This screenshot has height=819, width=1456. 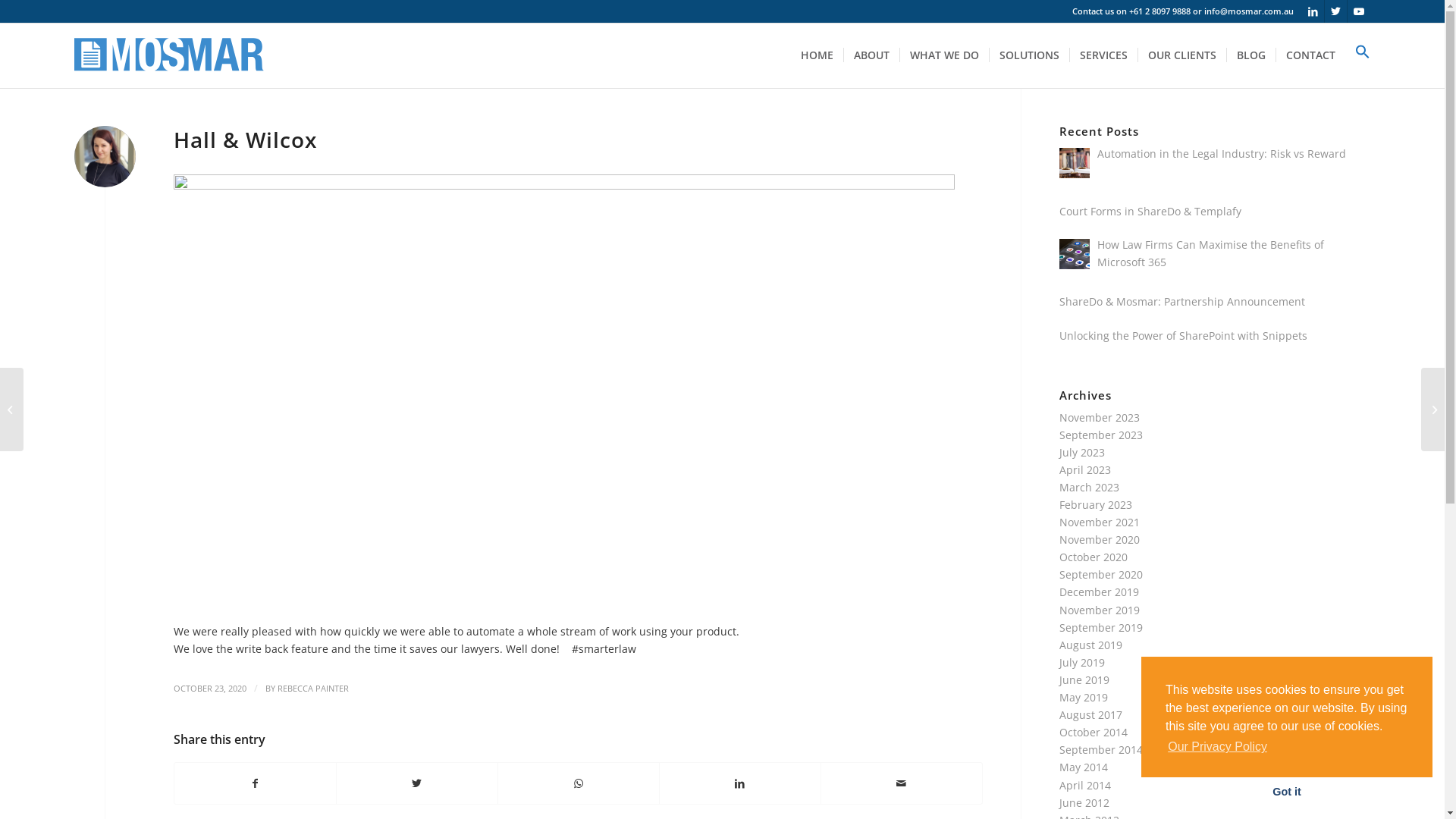 What do you see at coordinates (312, 688) in the screenshot?
I see `'REBECCA PAINTER'` at bounding box center [312, 688].